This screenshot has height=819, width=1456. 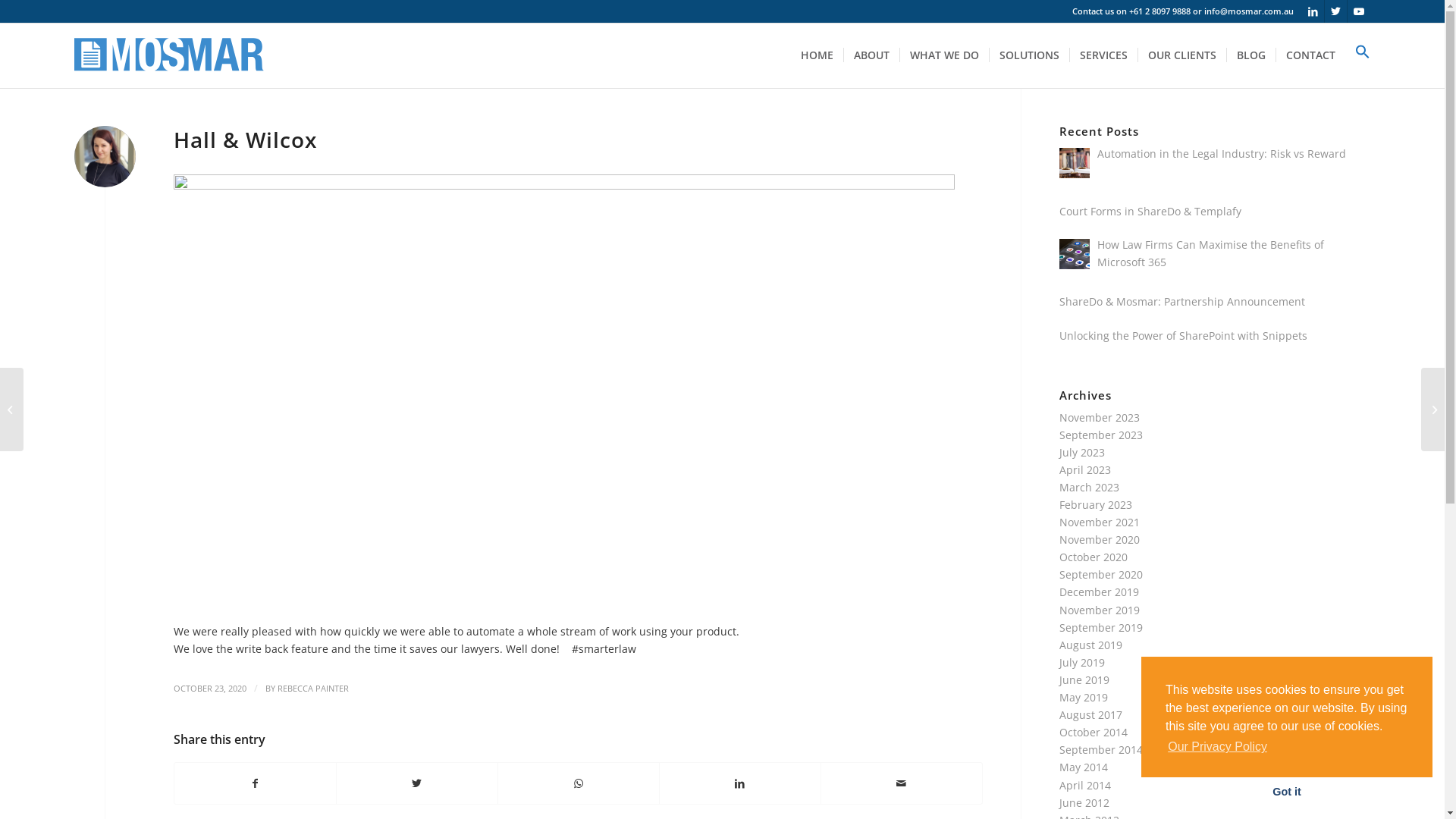 What do you see at coordinates (312, 688) in the screenshot?
I see `'REBECCA PAINTER'` at bounding box center [312, 688].